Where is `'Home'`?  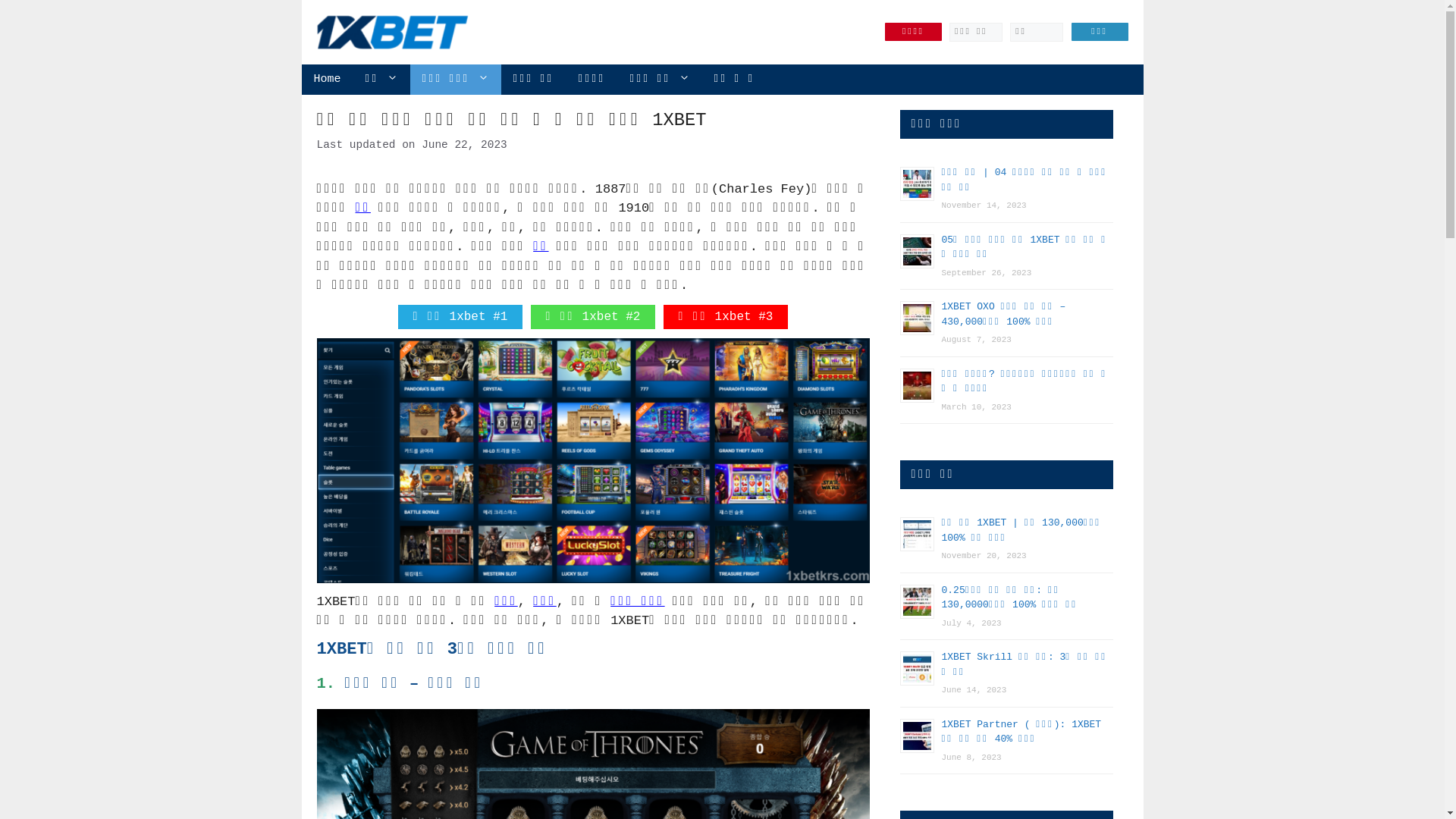 'Home' is located at coordinates (302, 79).